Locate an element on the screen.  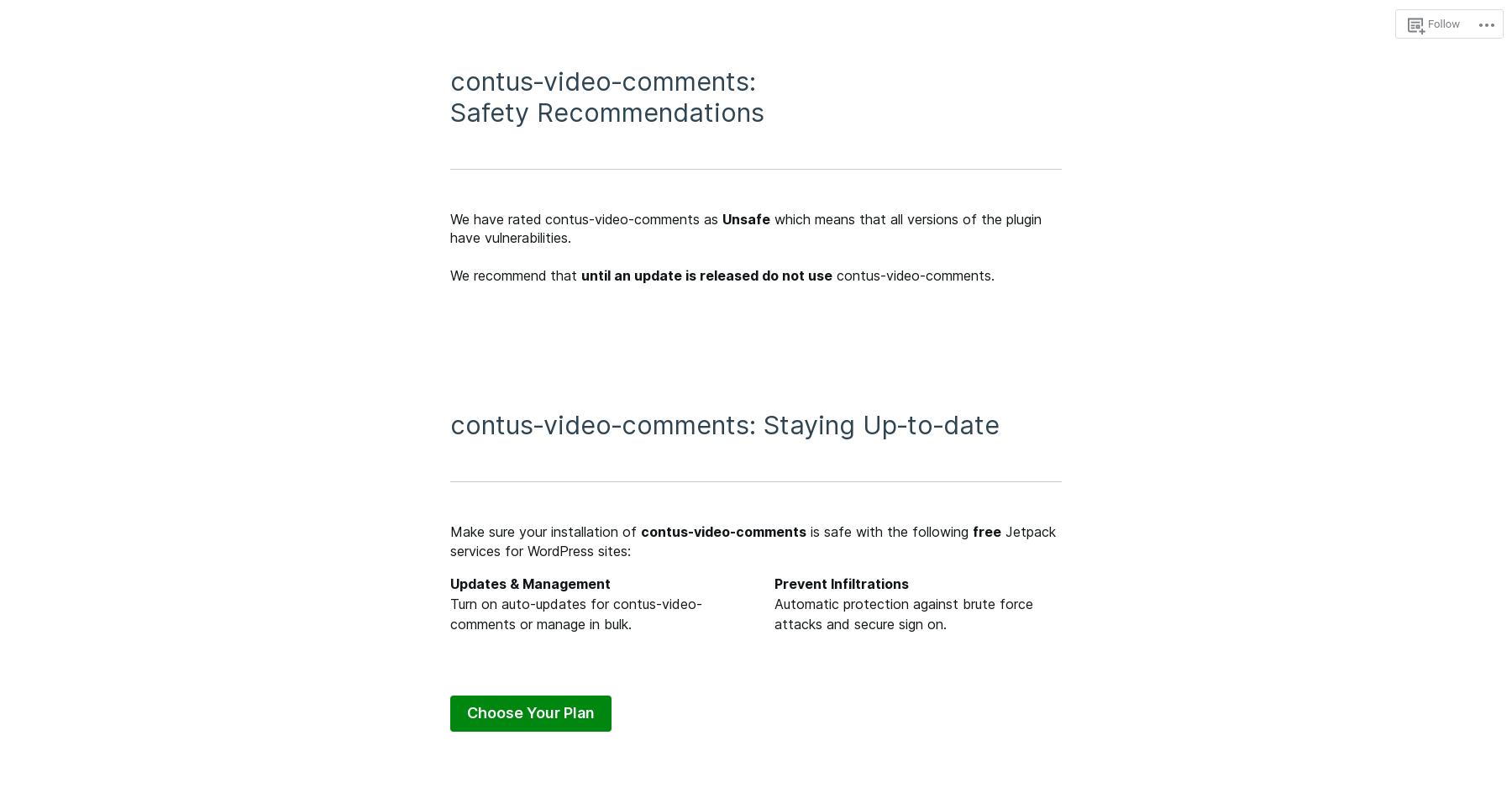
'We have rated contus-video-comments as' is located at coordinates (585, 218).